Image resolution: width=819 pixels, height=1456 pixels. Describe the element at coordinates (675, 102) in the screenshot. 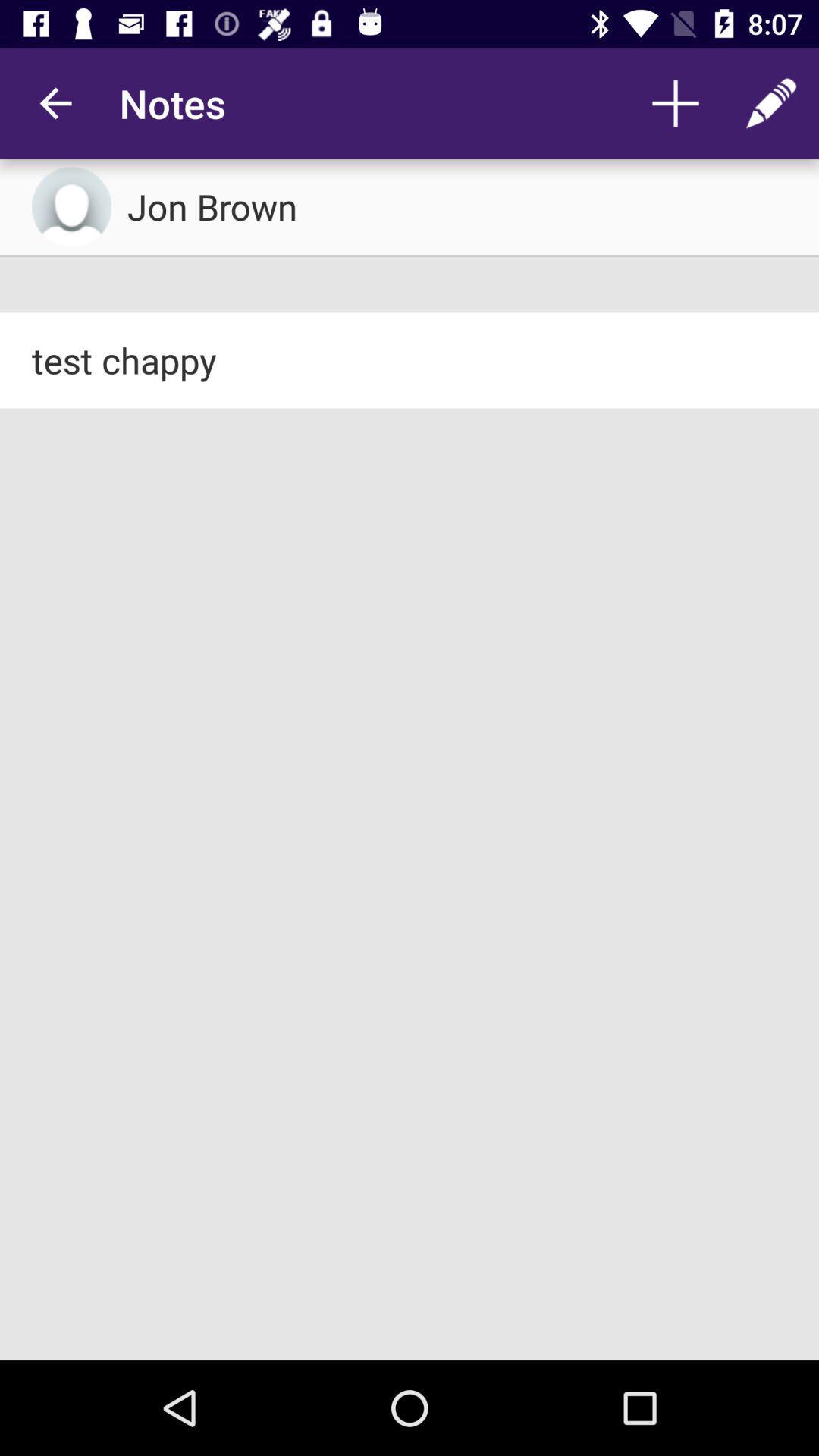

I see `the app next to the notes app` at that location.